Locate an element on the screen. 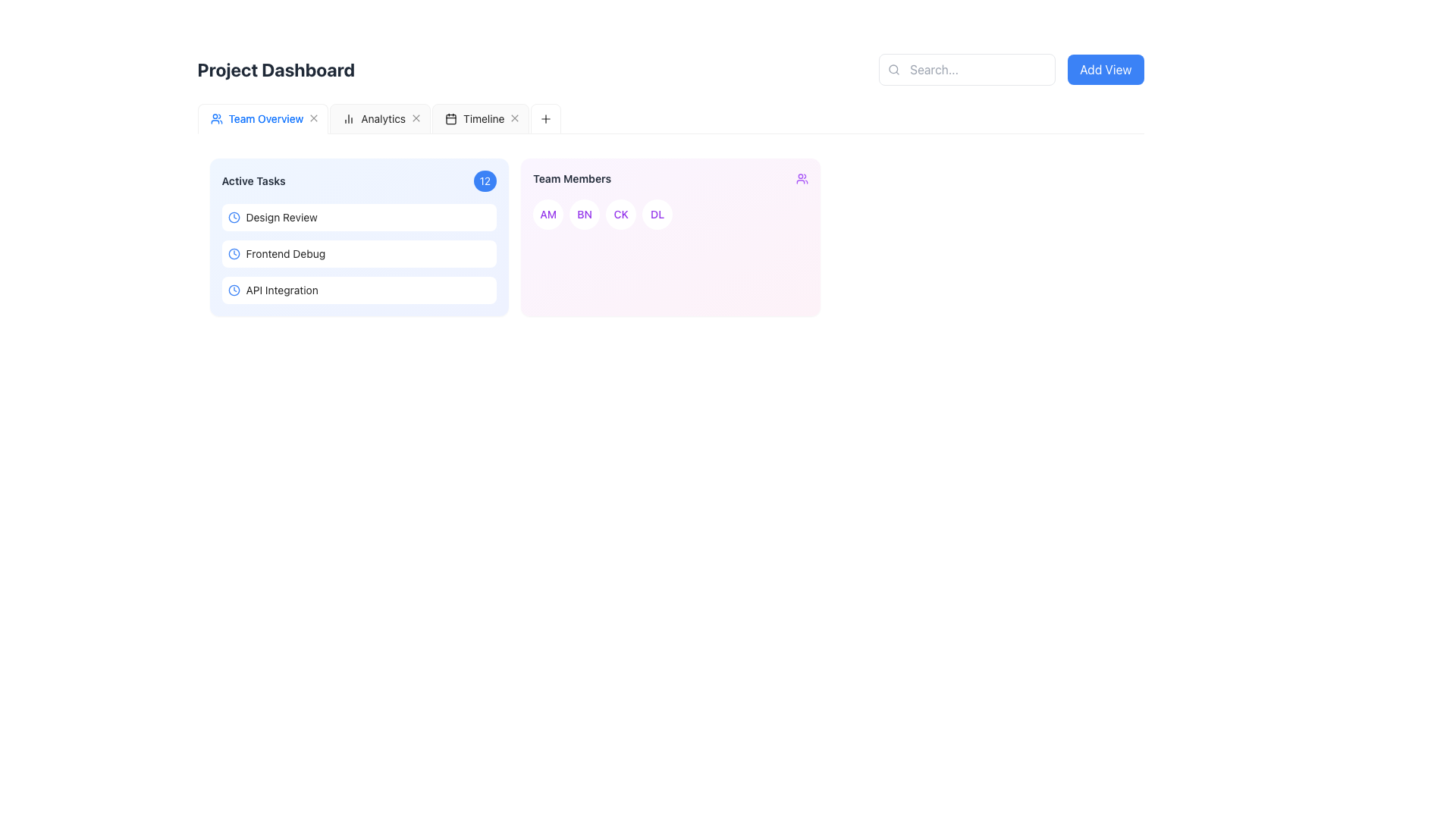 The width and height of the screenshot is (1456, 819). the button with an icon located to the immediate right of the 'Analytics' tab is located at coordinates (416, 118).